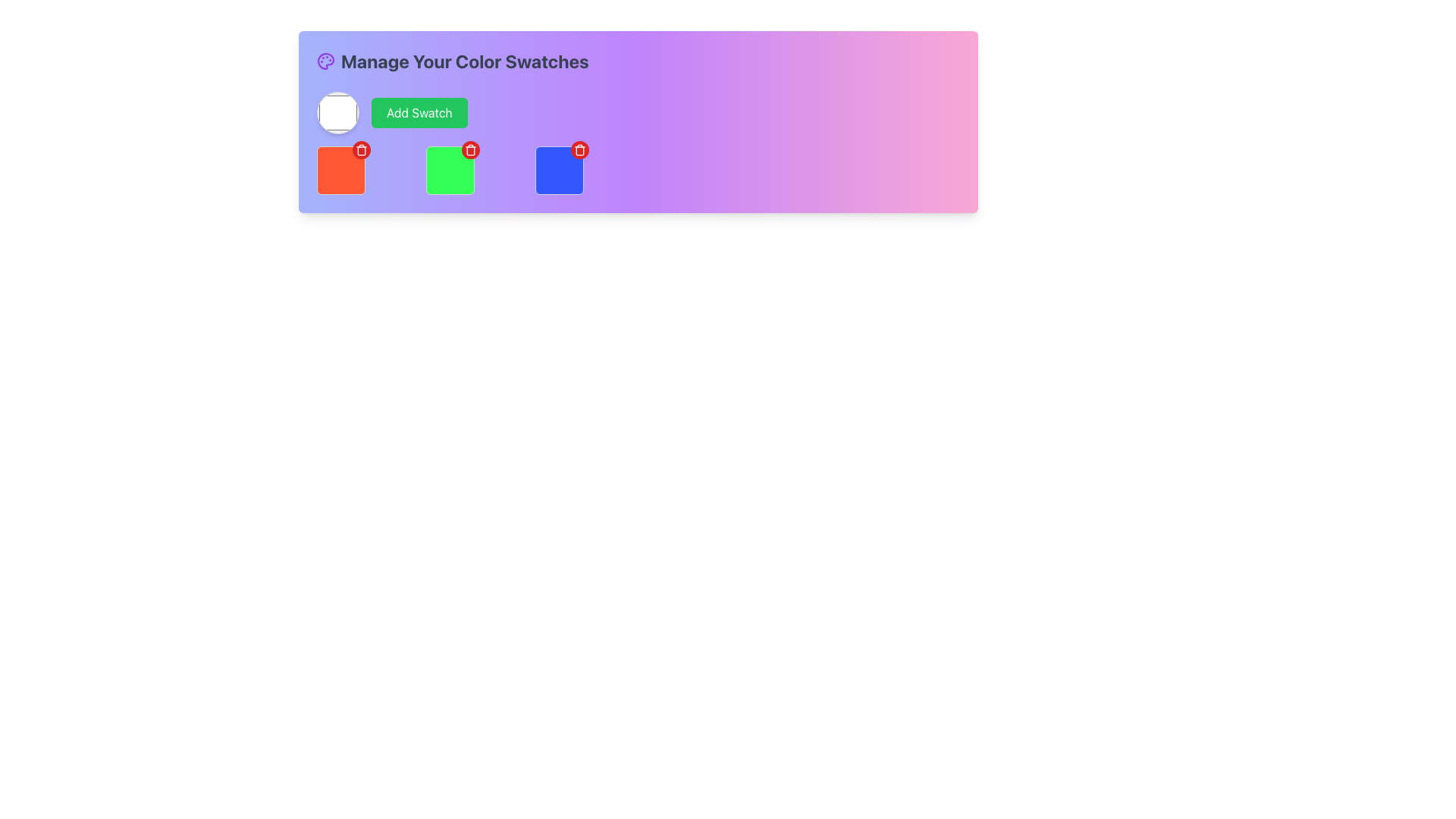 This screenshot has width=1456, height=819. I want to click on the red circular delete button located at the corner of the color swatch, so click(450, 170).